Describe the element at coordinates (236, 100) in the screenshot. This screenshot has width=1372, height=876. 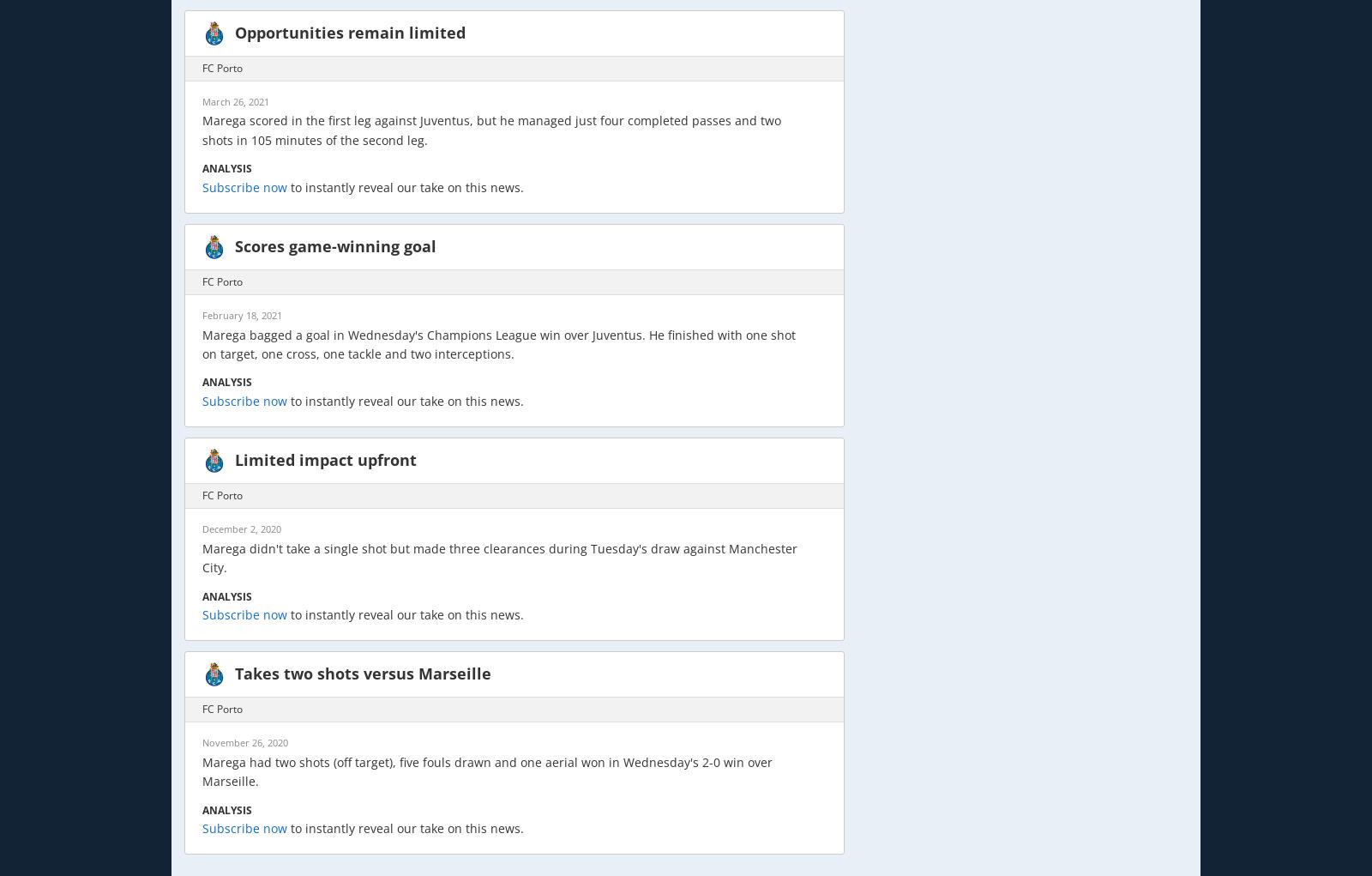
I see `'March 26, 2021'` at that location.